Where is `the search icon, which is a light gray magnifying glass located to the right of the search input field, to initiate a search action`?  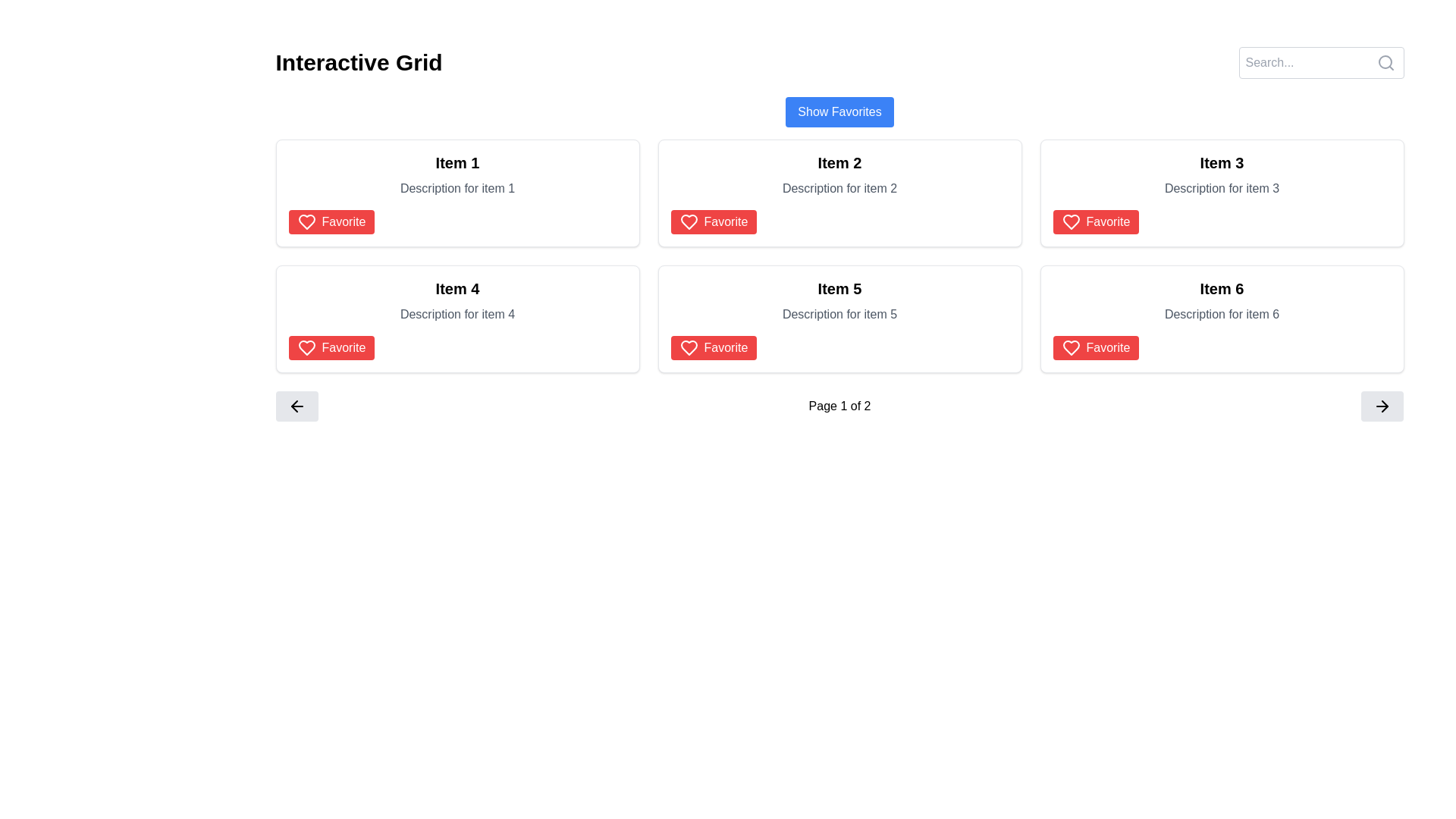
the search icon, which is a light gray magnifying glass located to the right of the search input field, to initiate a search action is located at coordinates (1385, 62).